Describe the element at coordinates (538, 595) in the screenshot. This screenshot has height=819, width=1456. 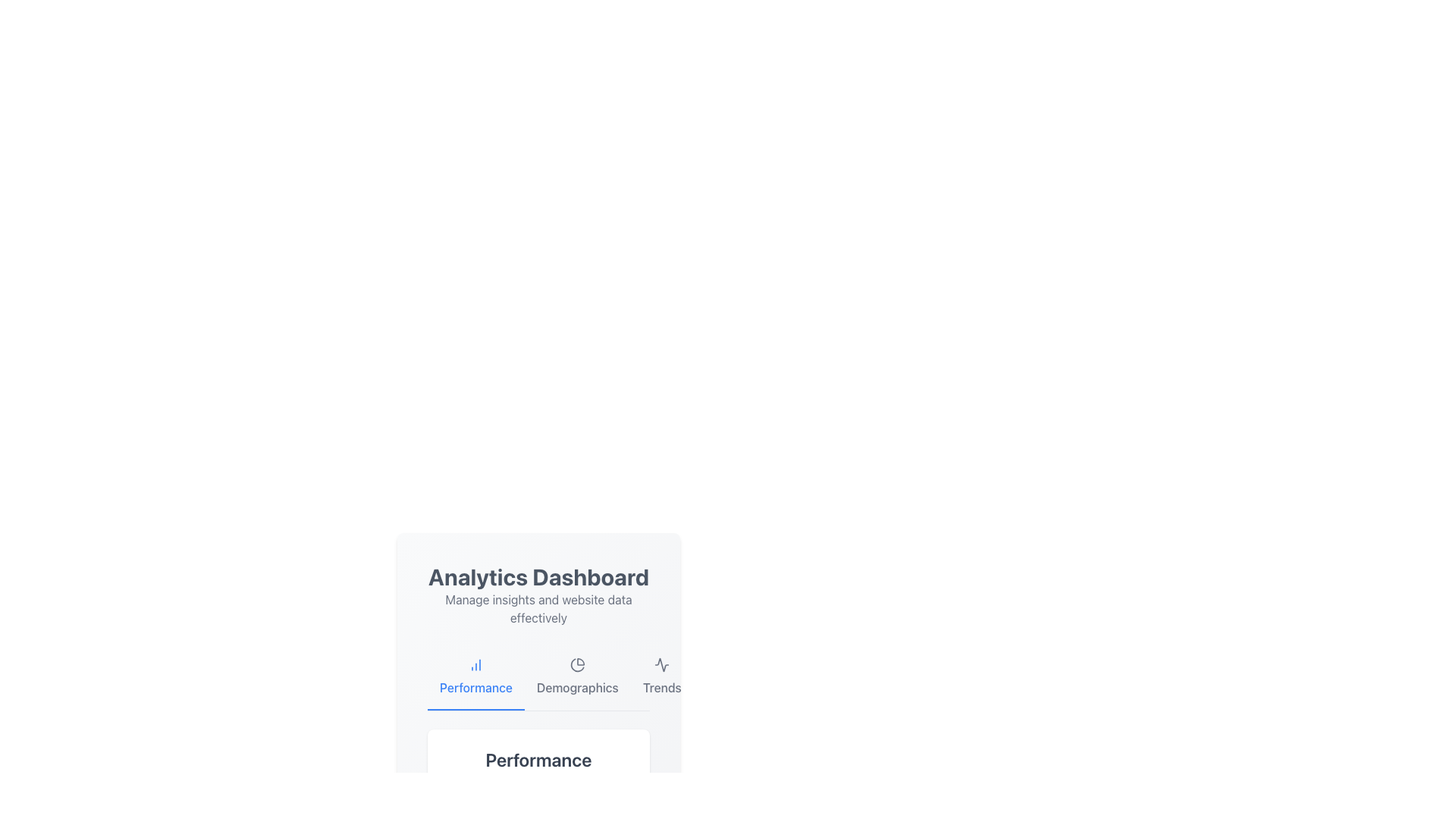
I see `the header text block that provides the title and description of the dashboard, which is centrally located near the top of the interface` at that location.